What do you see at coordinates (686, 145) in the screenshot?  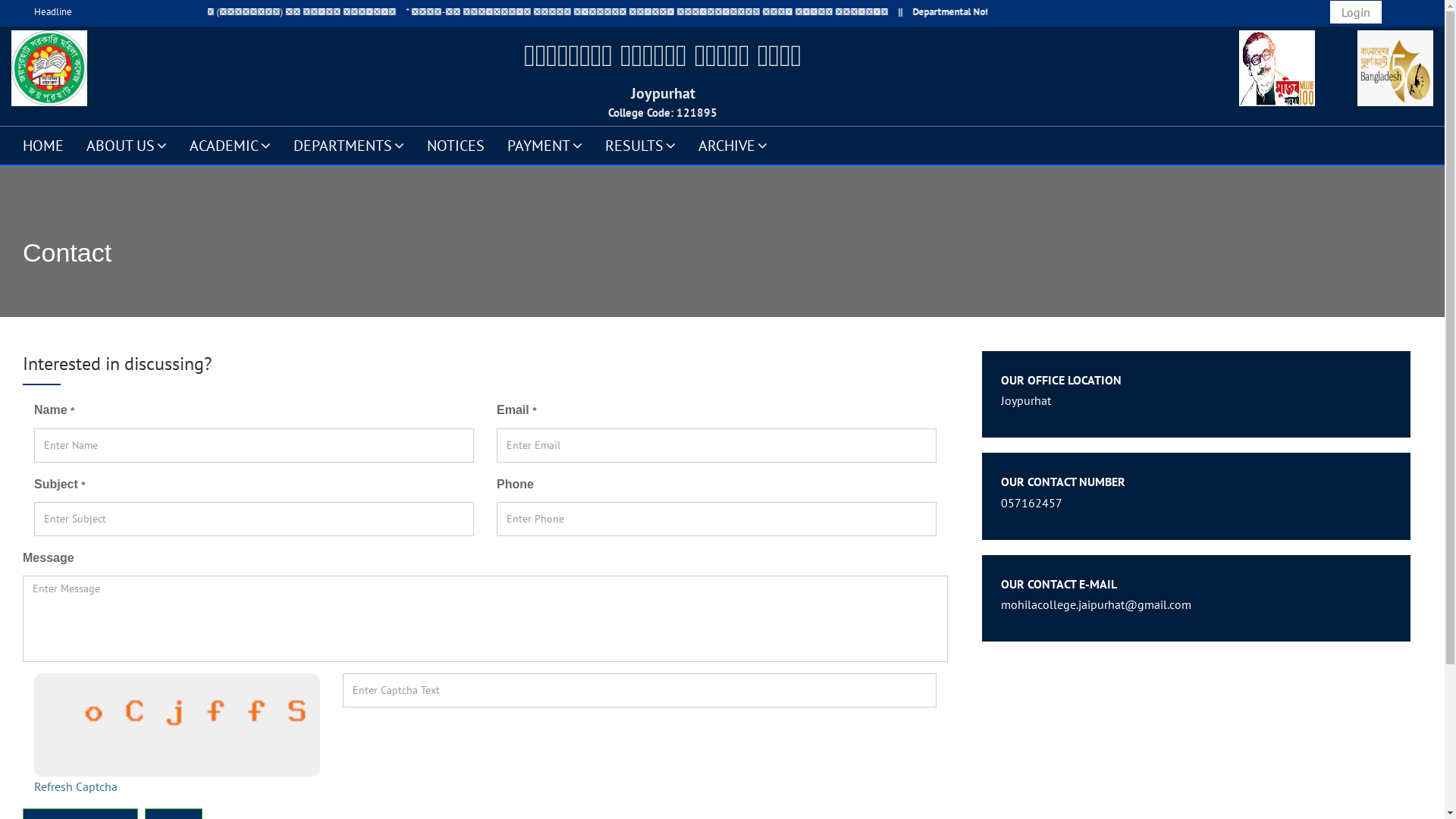 I see `'ARCHIVE'` at bounding box center [686, 145].